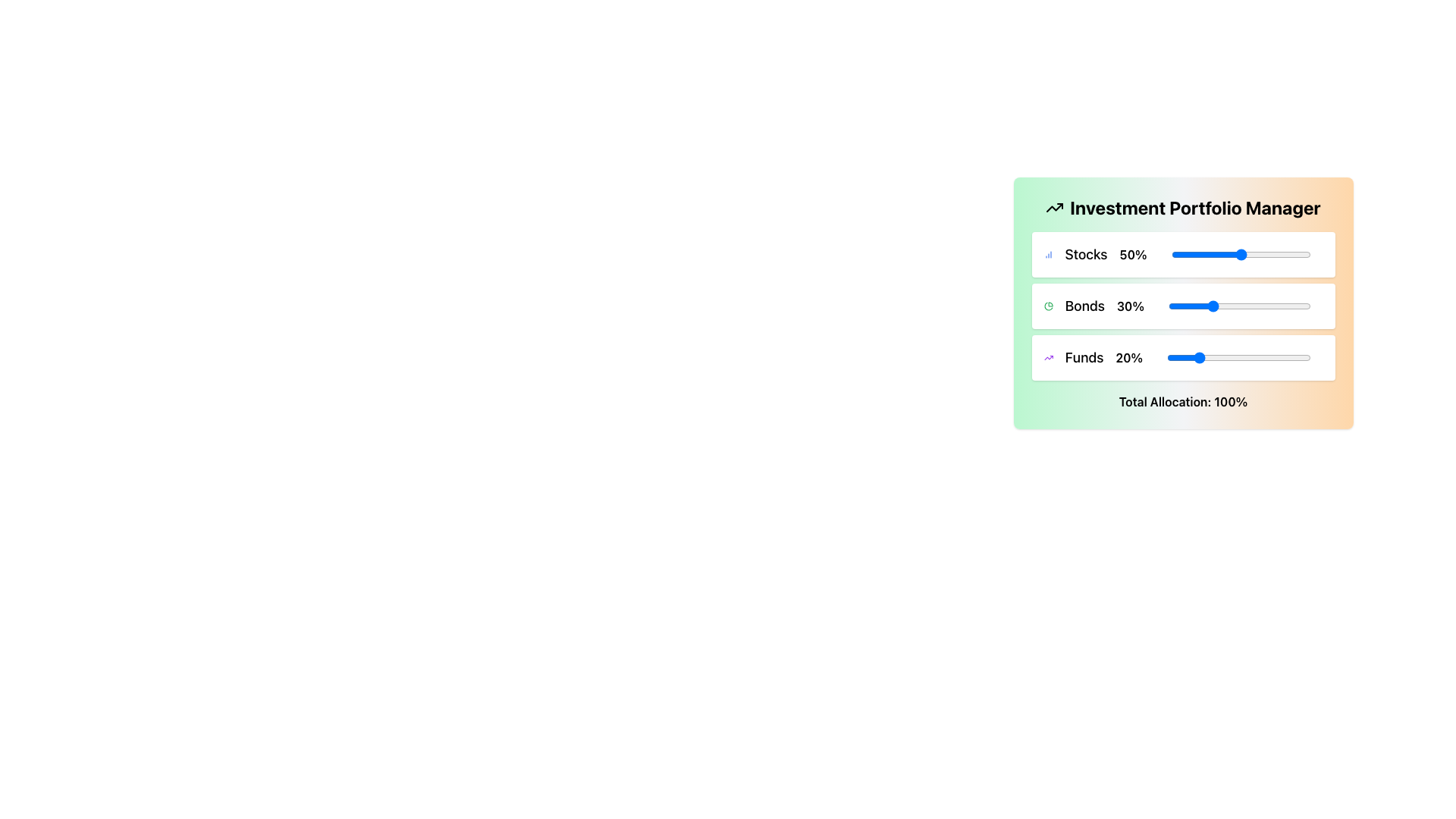  Describe the element at coordinates (1054, 207) in the screenshot. I see `the small upward-trending arrow icon located next to the bolded text 'Investment Portfolio Manager' at the top of the content box` at that location.